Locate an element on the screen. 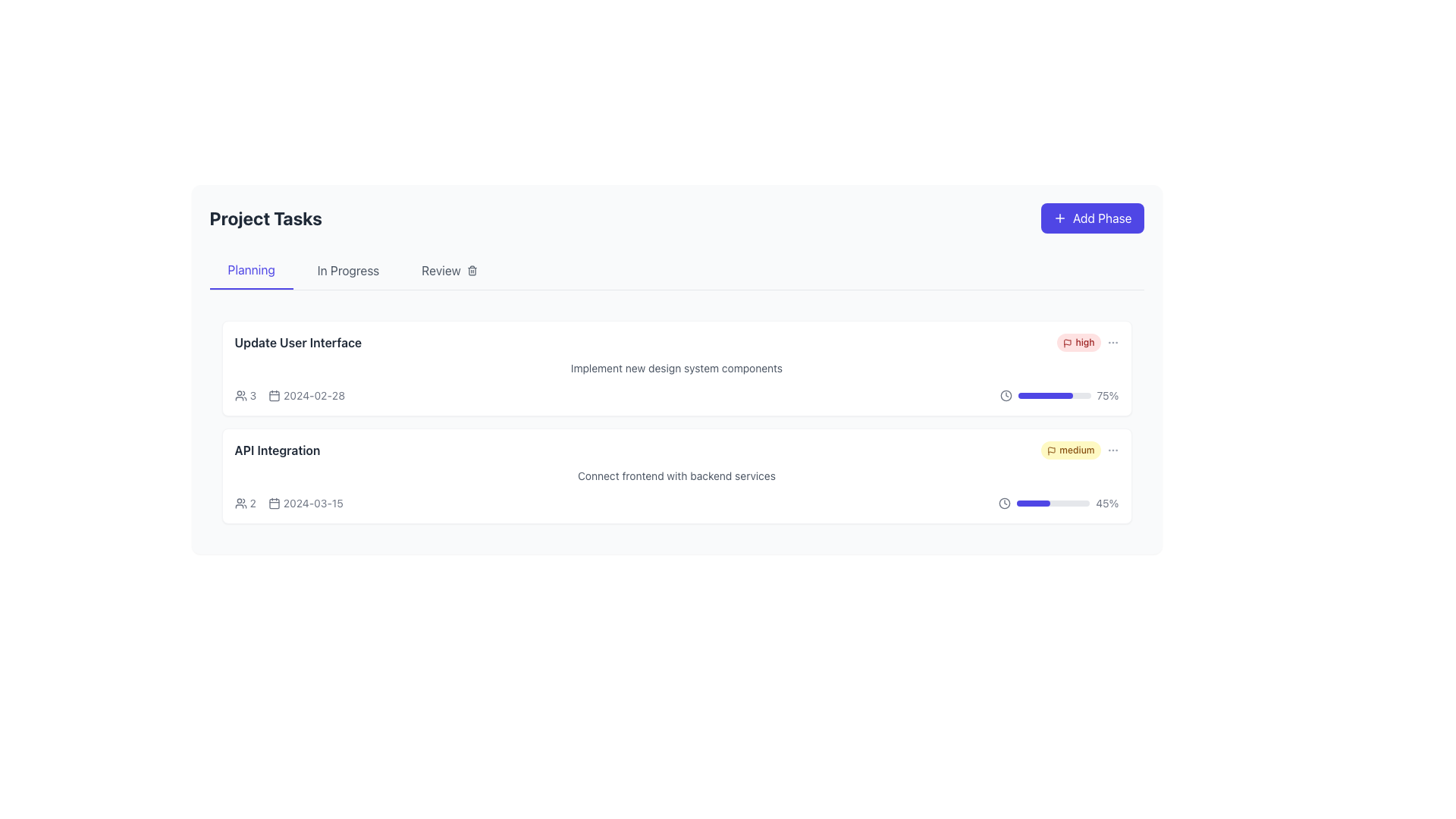 Image resolution: width=1456 pixels, height=819 pixels. the Text label indicating a specific date for the task 'Update User Interface' in the task list is located at coordinates (313, 394).